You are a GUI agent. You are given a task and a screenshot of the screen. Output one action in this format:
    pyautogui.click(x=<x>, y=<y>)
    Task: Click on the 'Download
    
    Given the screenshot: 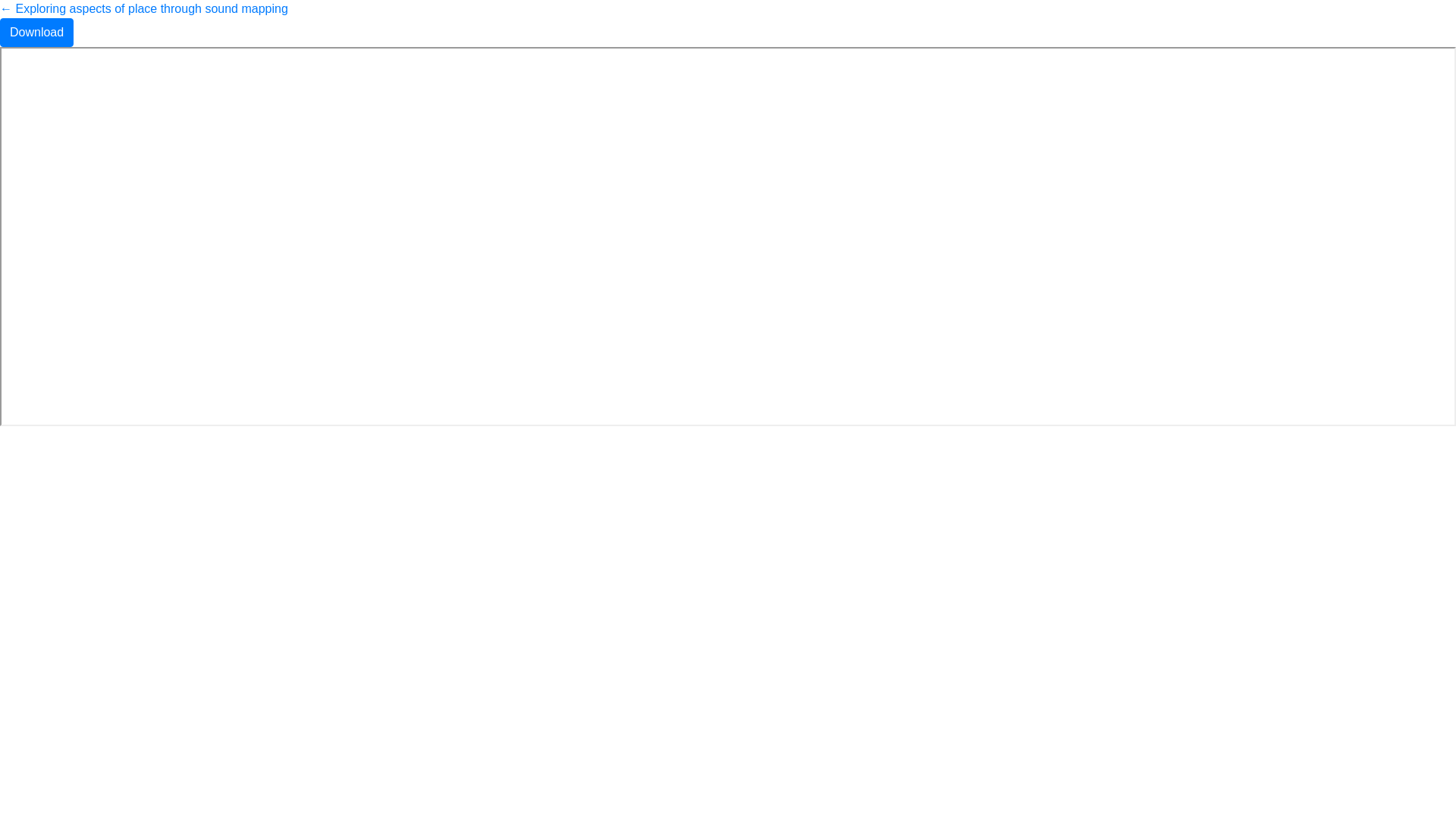 What is the action you would take?
    pyautogui.click(x=36, y=32)
    